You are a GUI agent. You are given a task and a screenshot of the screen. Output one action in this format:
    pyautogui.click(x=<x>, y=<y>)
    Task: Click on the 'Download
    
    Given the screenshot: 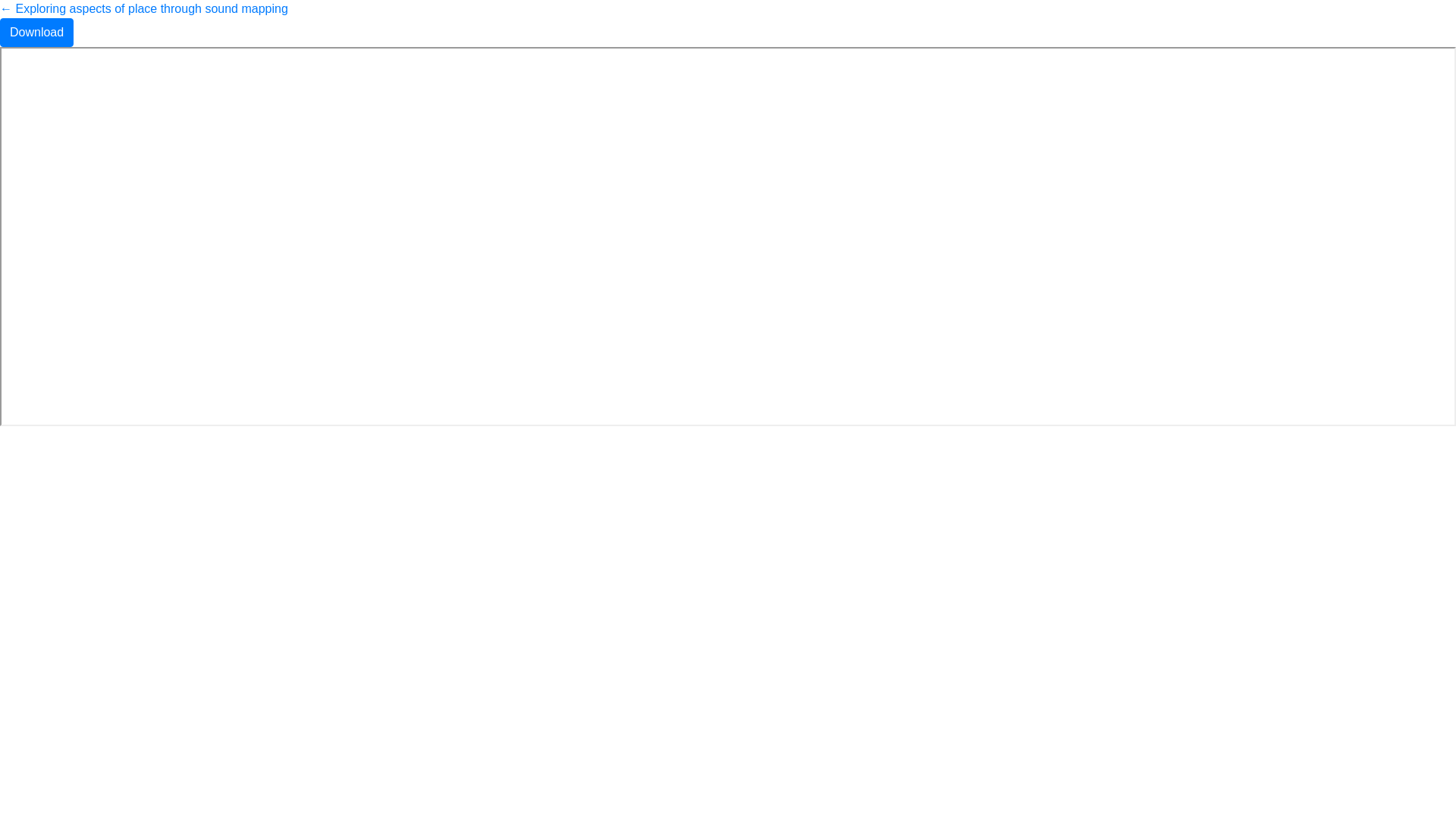 What is the action you would take?
    pyautogui.click(x=36, y=32)
    